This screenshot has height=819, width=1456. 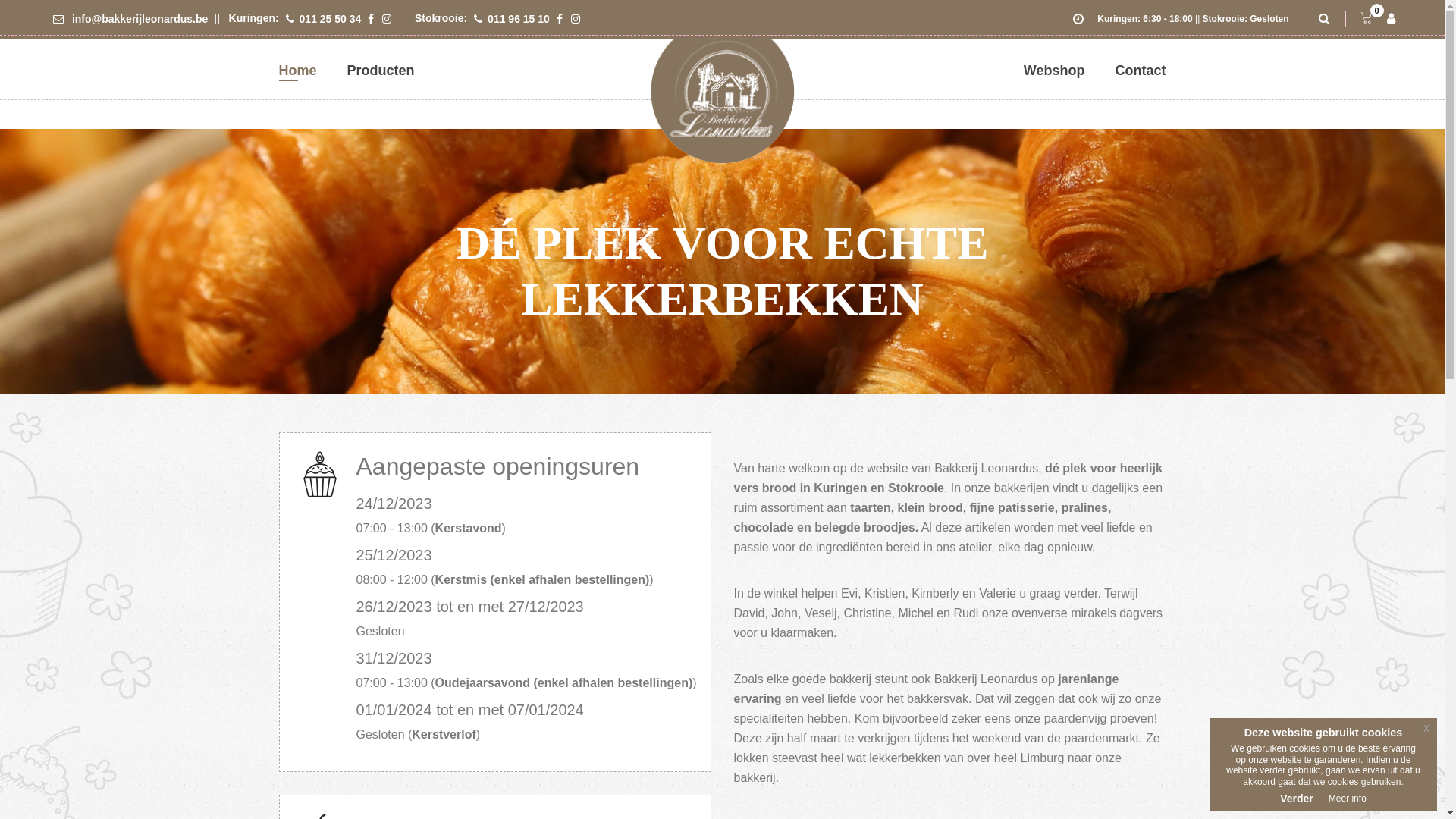 I want to click on 'x', so click(x=1426, y=727).